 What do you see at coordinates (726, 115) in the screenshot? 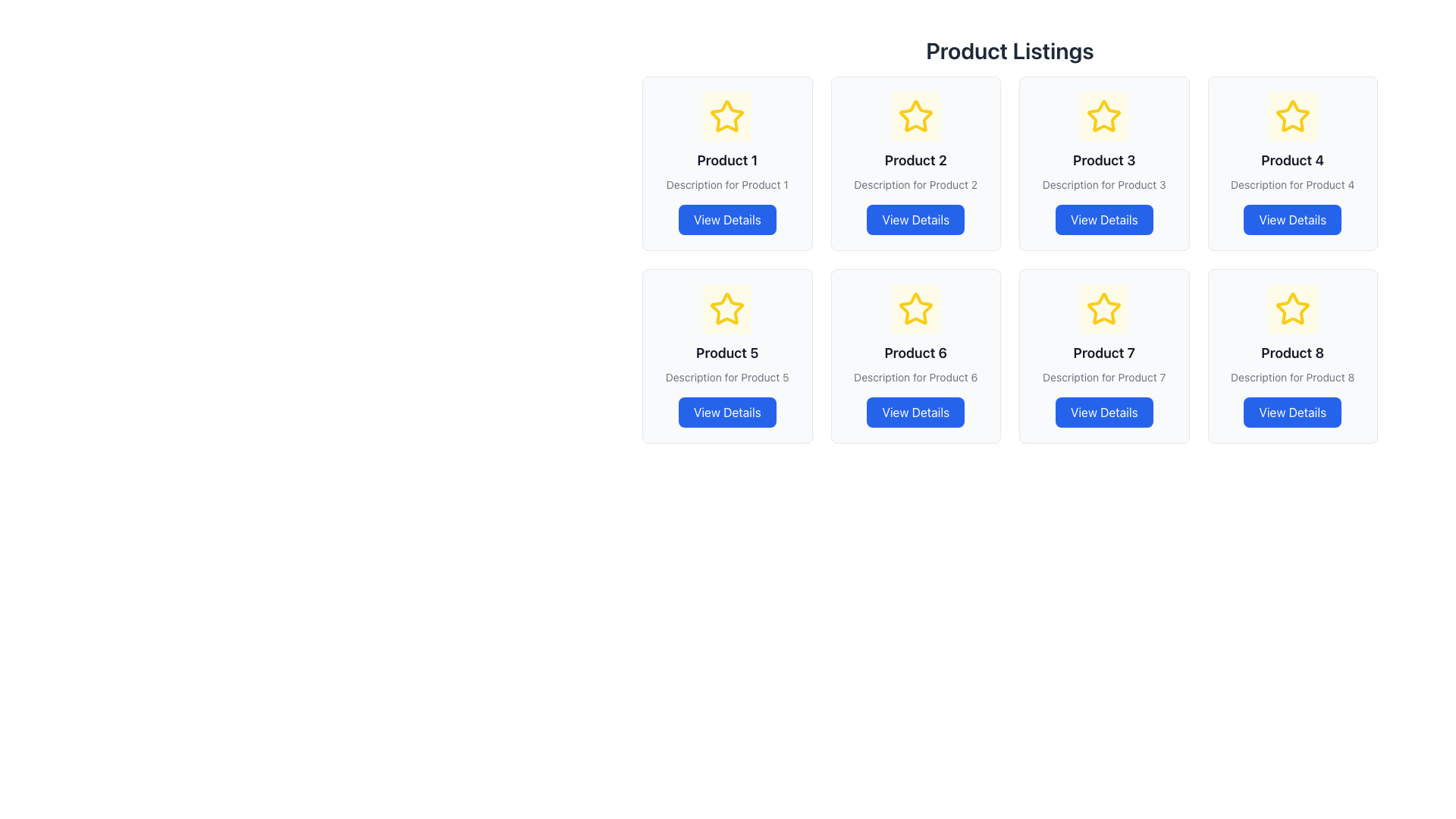
I see `the yellow star icon with a hollow center located in the top-left module above the 'Product 1' text` at bounding box center [726, 115].